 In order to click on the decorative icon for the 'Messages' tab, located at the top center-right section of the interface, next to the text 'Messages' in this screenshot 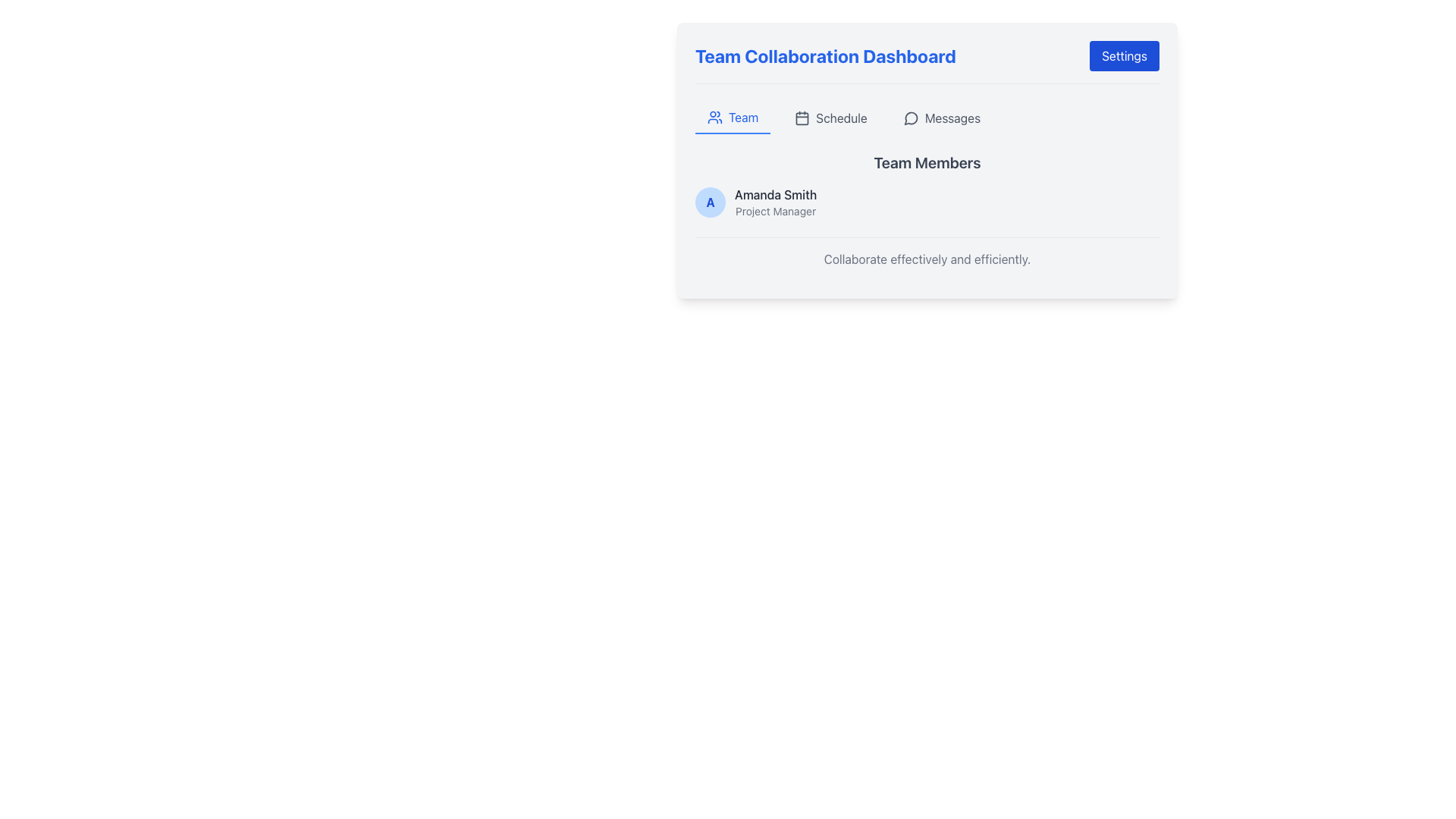, I will do `click(910, 117)`.